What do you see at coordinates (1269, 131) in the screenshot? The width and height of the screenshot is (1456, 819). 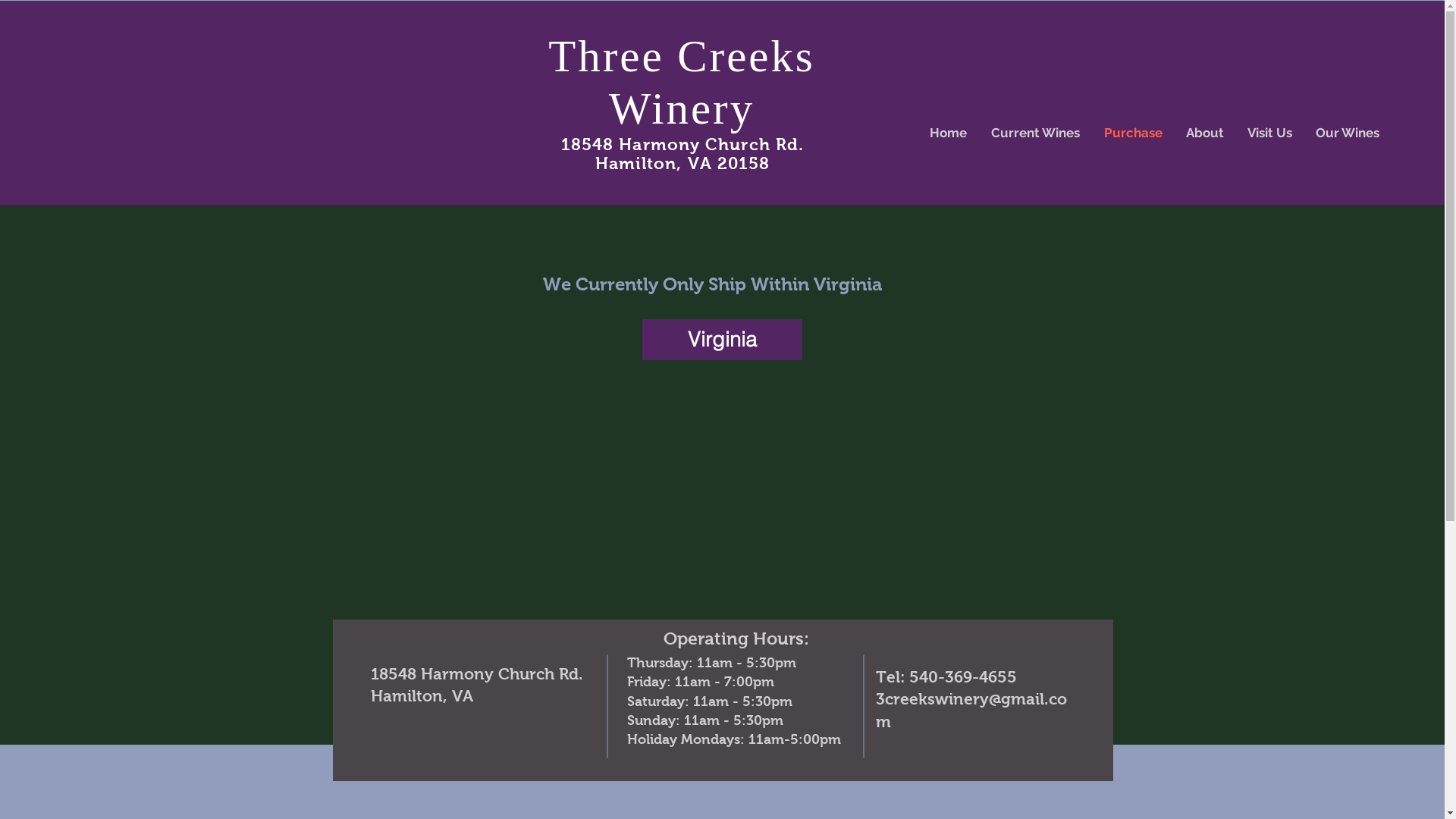 I see `'Visit Us'` at bounding box center [1269, 131].